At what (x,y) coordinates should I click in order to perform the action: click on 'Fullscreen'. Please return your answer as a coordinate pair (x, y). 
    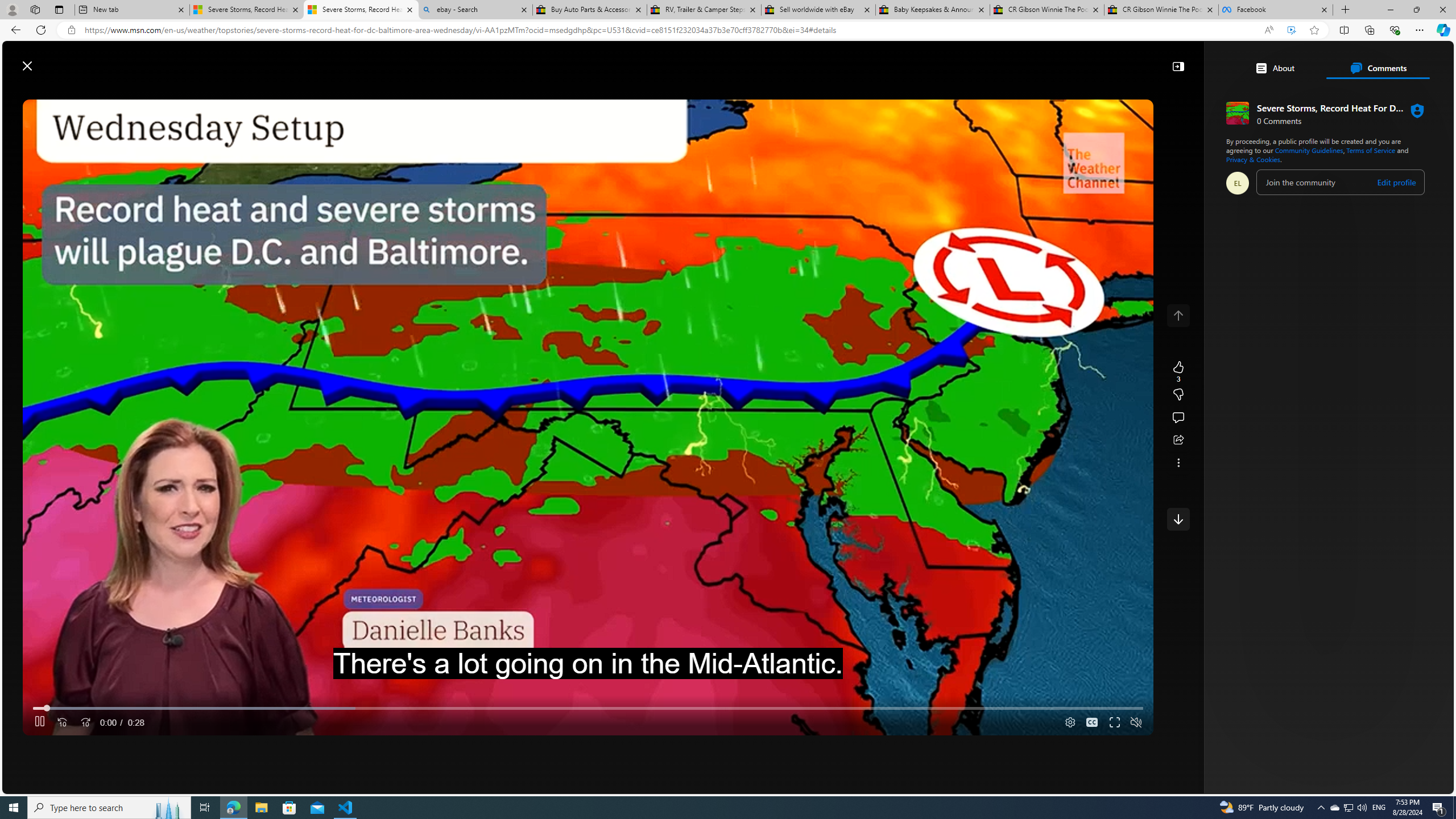
    Looking at the image, I should click on (1114, 723).